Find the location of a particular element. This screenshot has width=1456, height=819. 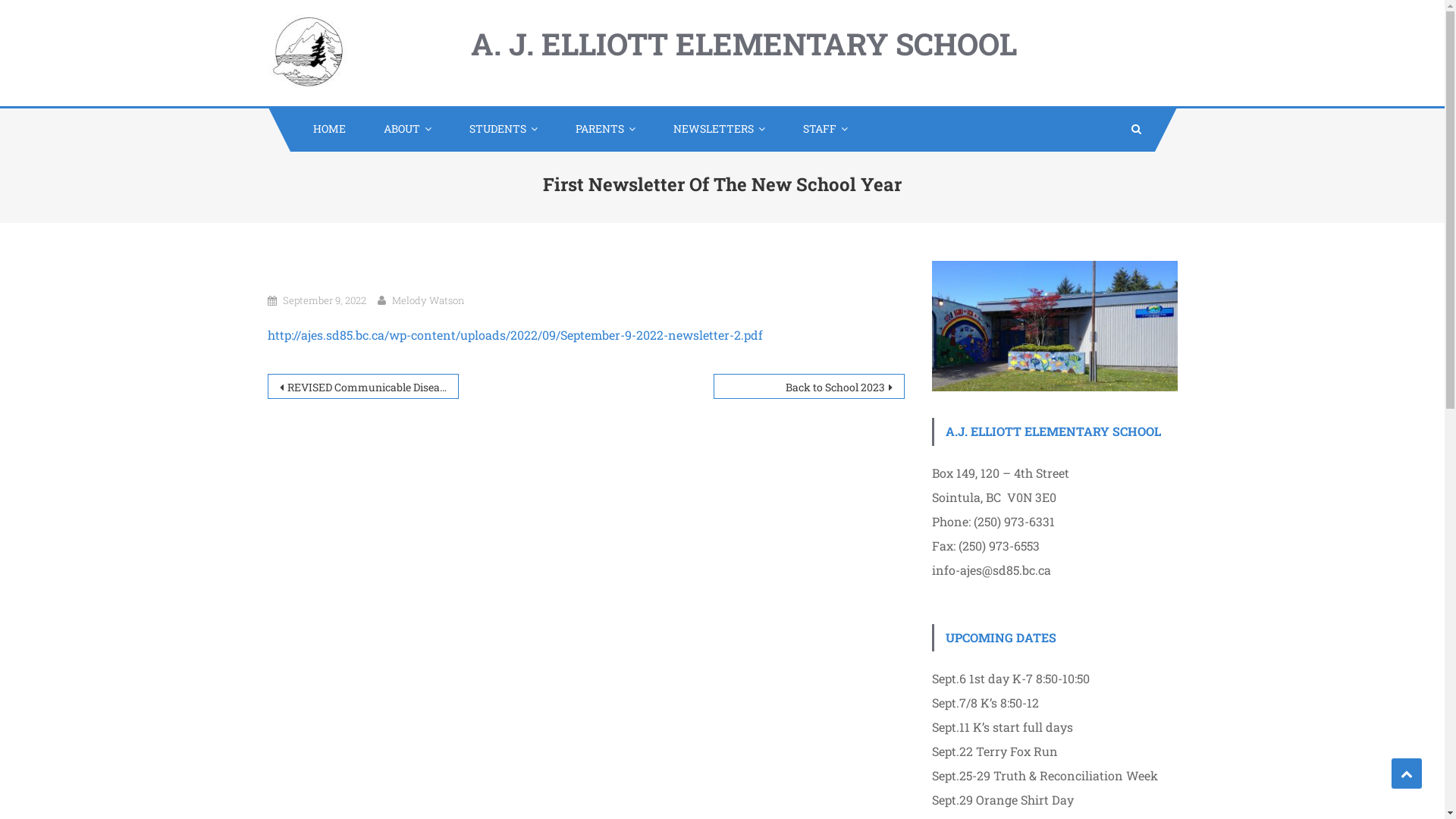

'Back to School 2023' is located at coordinates (807, 385).